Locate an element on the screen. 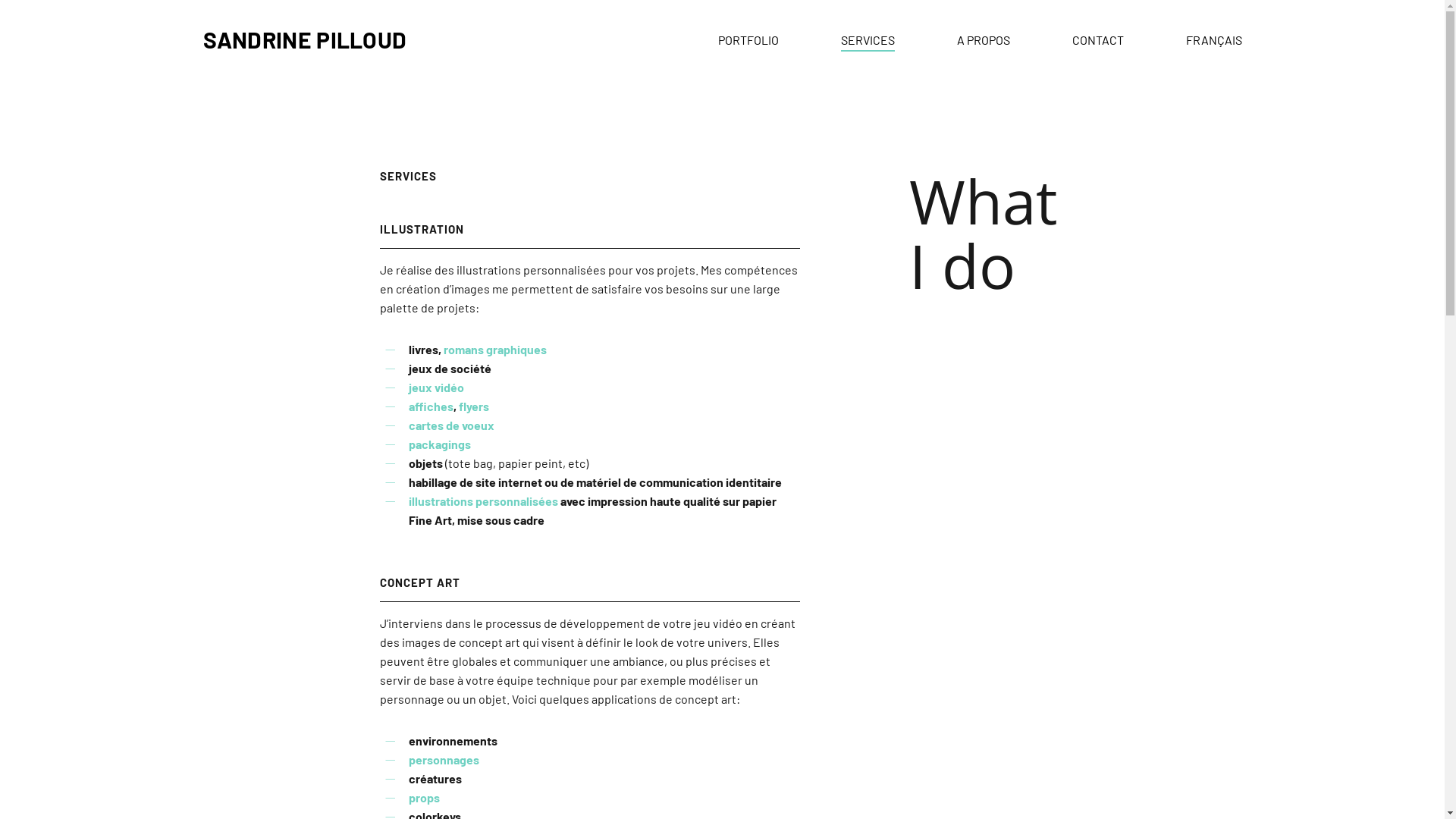  'CONTACT' is located at coordinates (1098, 38).